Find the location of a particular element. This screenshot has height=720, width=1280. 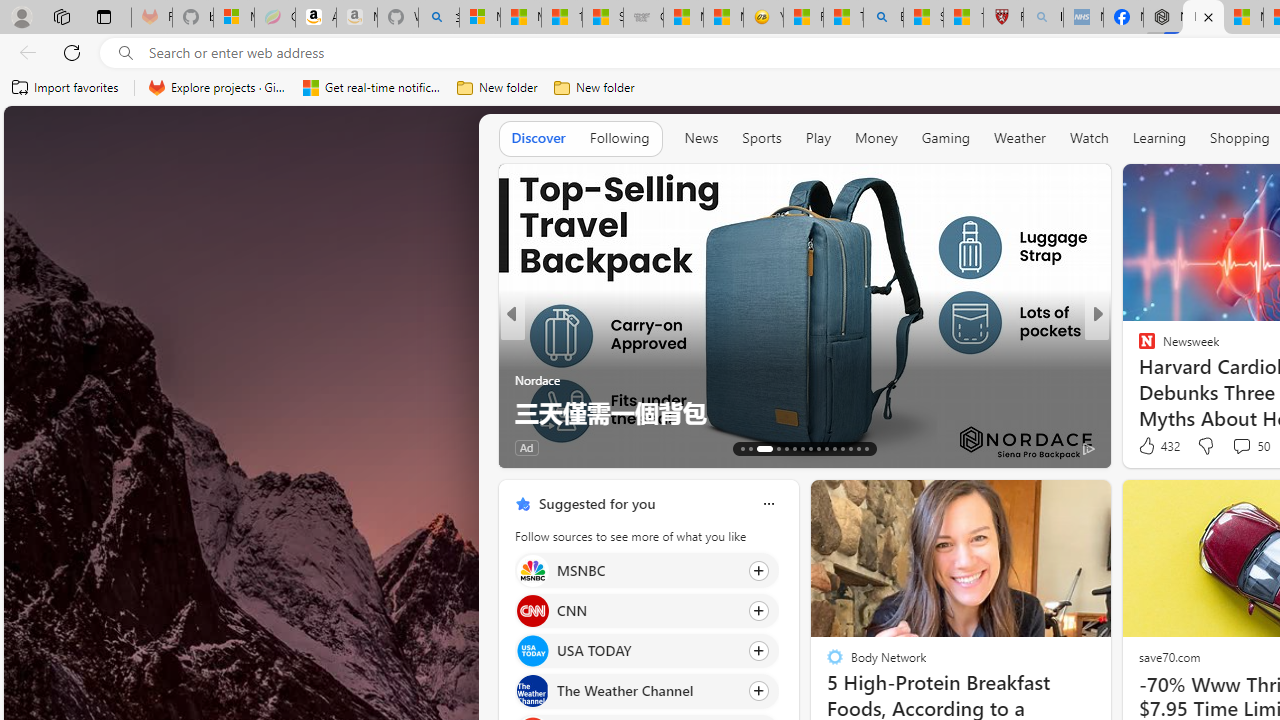

'Learning' is located at coordinates (1159, 137).